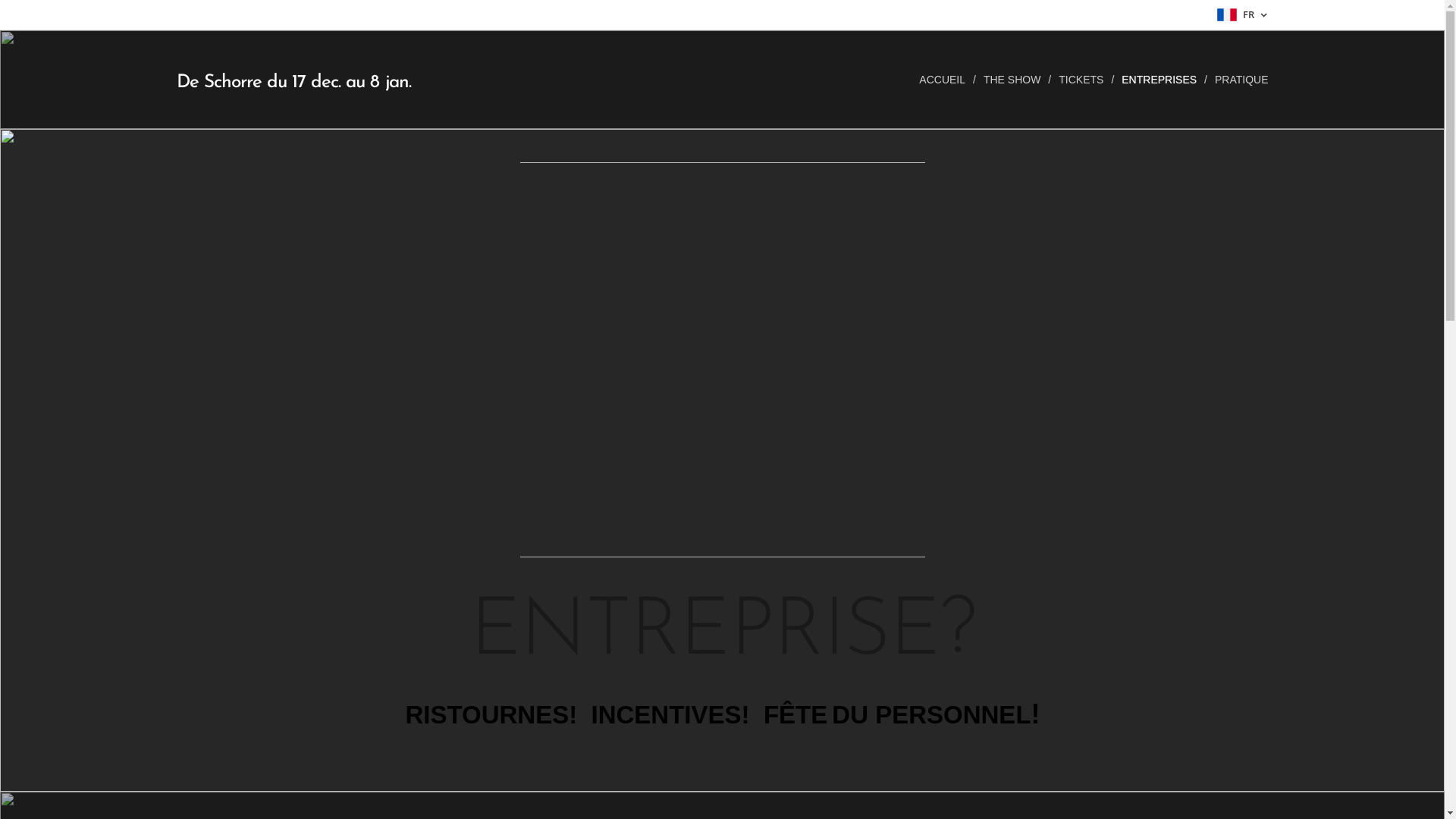 Image resolution: width=1456 pixels, height=819 pixels. What do you see at coordinates (1013, 79) in the screenshot?
I see `'THE SHOW'` at bounding box center [1013, 79].